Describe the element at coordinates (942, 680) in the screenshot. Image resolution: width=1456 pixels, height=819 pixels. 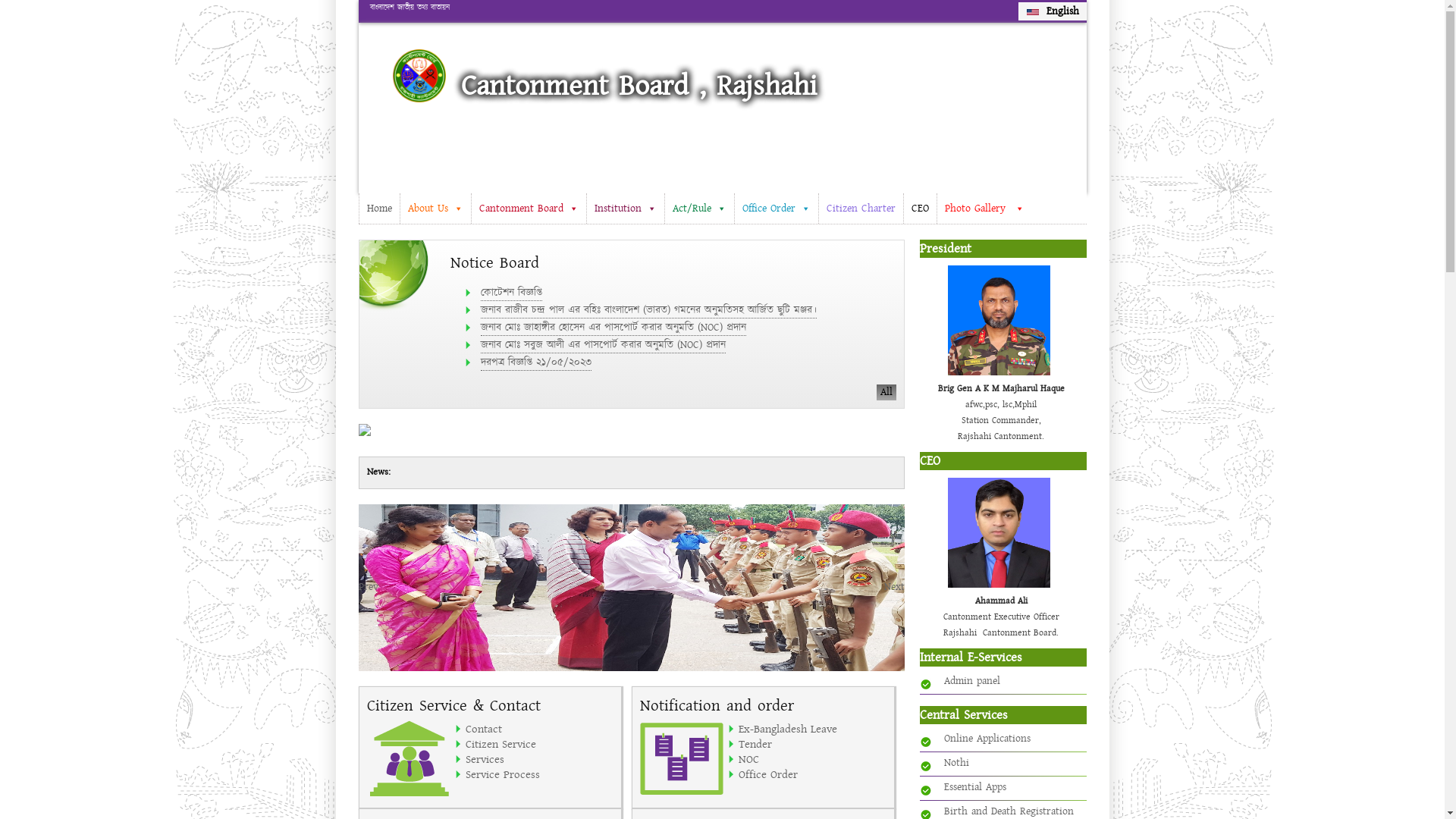
I see `'Admin panel'` at that location.